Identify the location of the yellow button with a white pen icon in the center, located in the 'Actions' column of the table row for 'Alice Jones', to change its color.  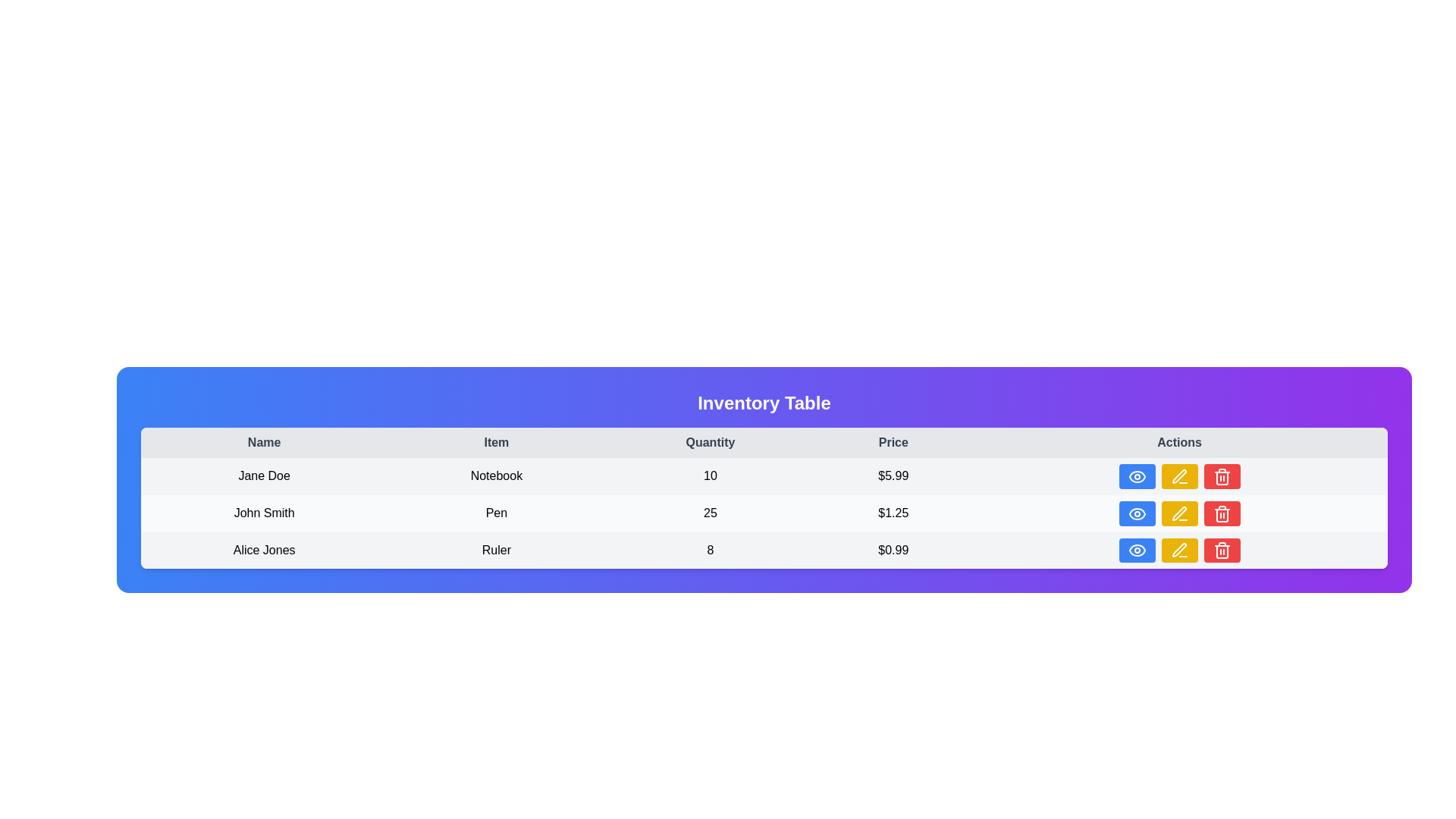
(1178, 550).